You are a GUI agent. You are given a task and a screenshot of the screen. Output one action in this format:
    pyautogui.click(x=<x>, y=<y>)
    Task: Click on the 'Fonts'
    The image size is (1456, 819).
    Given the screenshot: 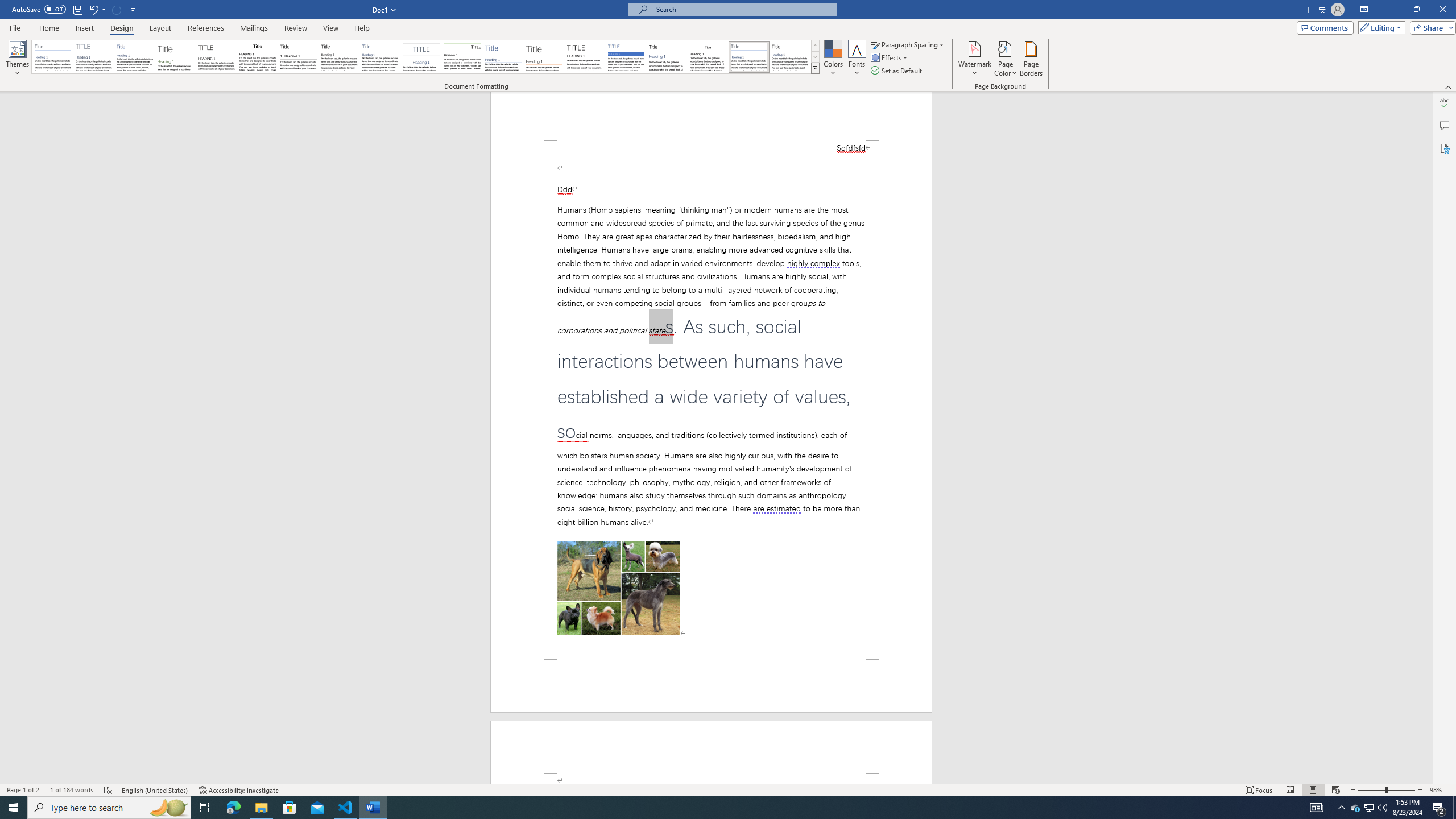 What is the action you would take?
    pyautogui.click(x=856, y=59)
    